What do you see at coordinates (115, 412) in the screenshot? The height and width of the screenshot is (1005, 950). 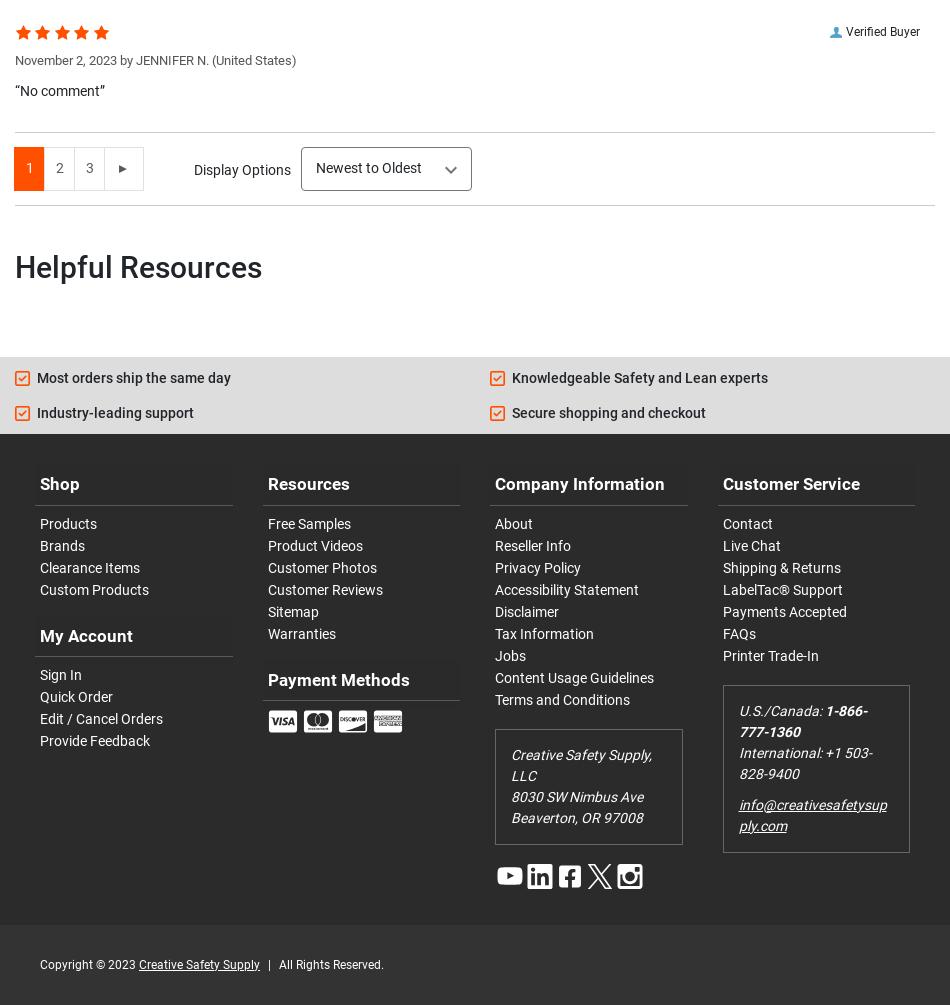 I see `'Industry-leading support'` at bounding box center [115, 412].